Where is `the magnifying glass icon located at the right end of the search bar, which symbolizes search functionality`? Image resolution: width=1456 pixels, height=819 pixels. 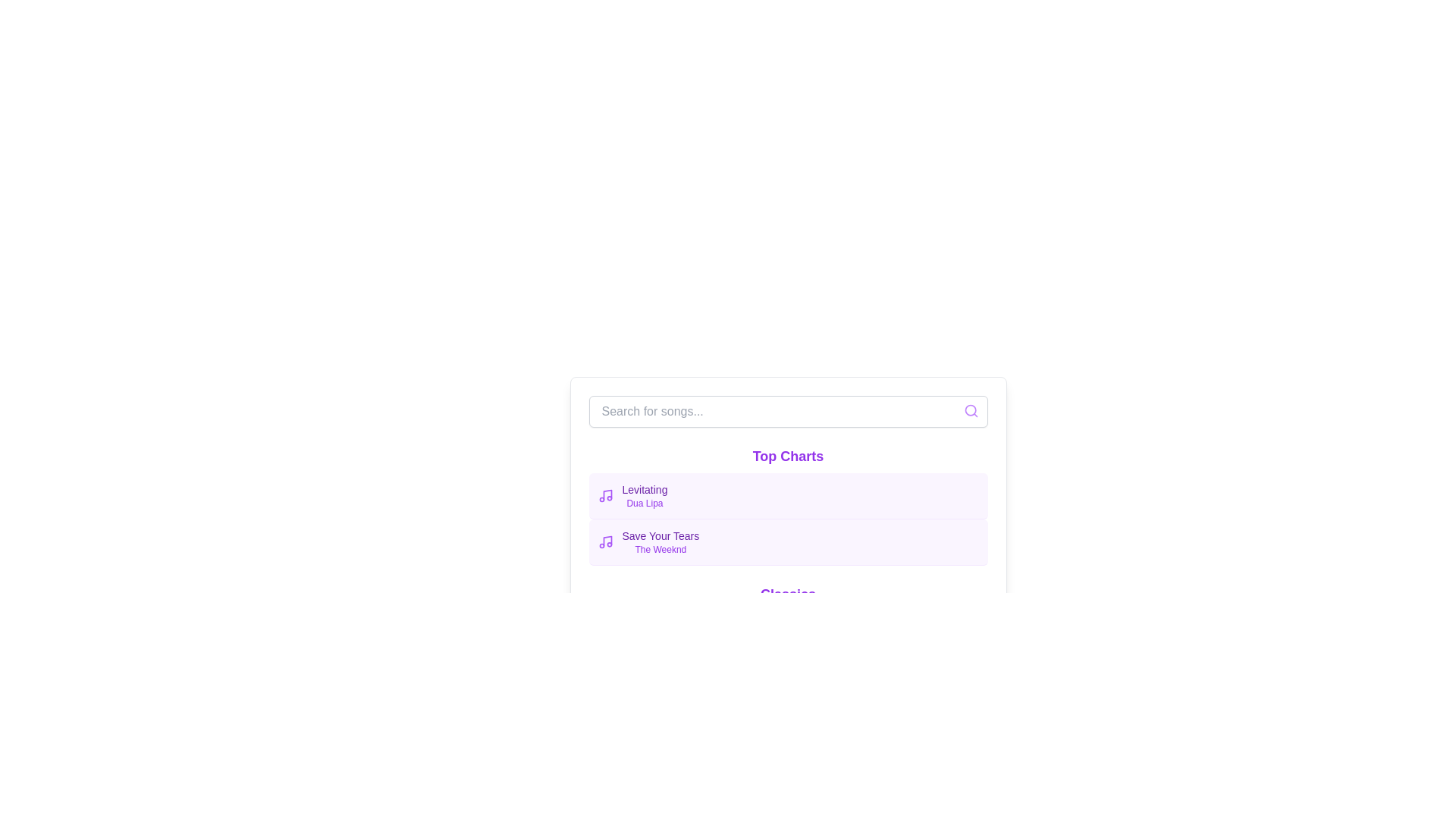
the magnifying glass icon located at the right end of the search bar, which symbolizes search functionality is located at coordinates (969, 410).